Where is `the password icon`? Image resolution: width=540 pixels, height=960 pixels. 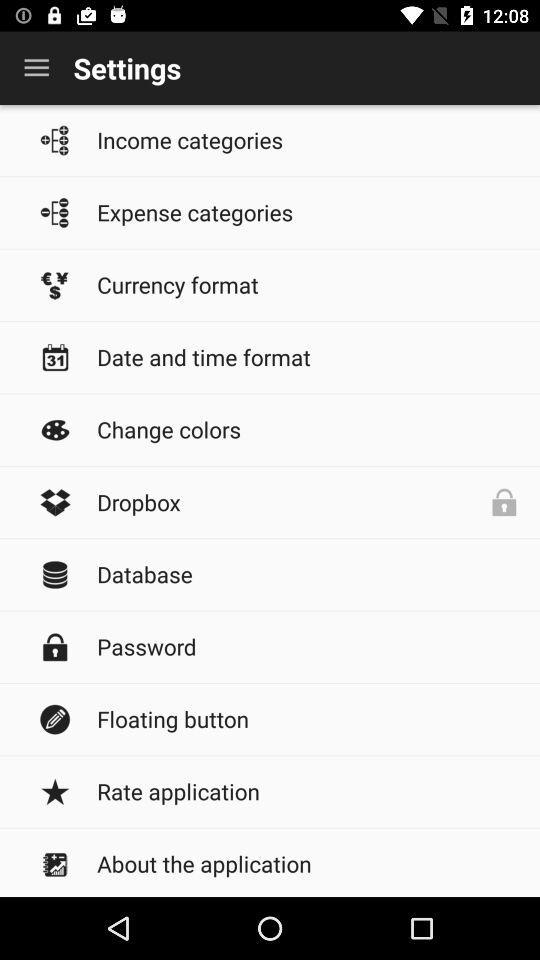 the password icon is located at coordinates (308, 645).